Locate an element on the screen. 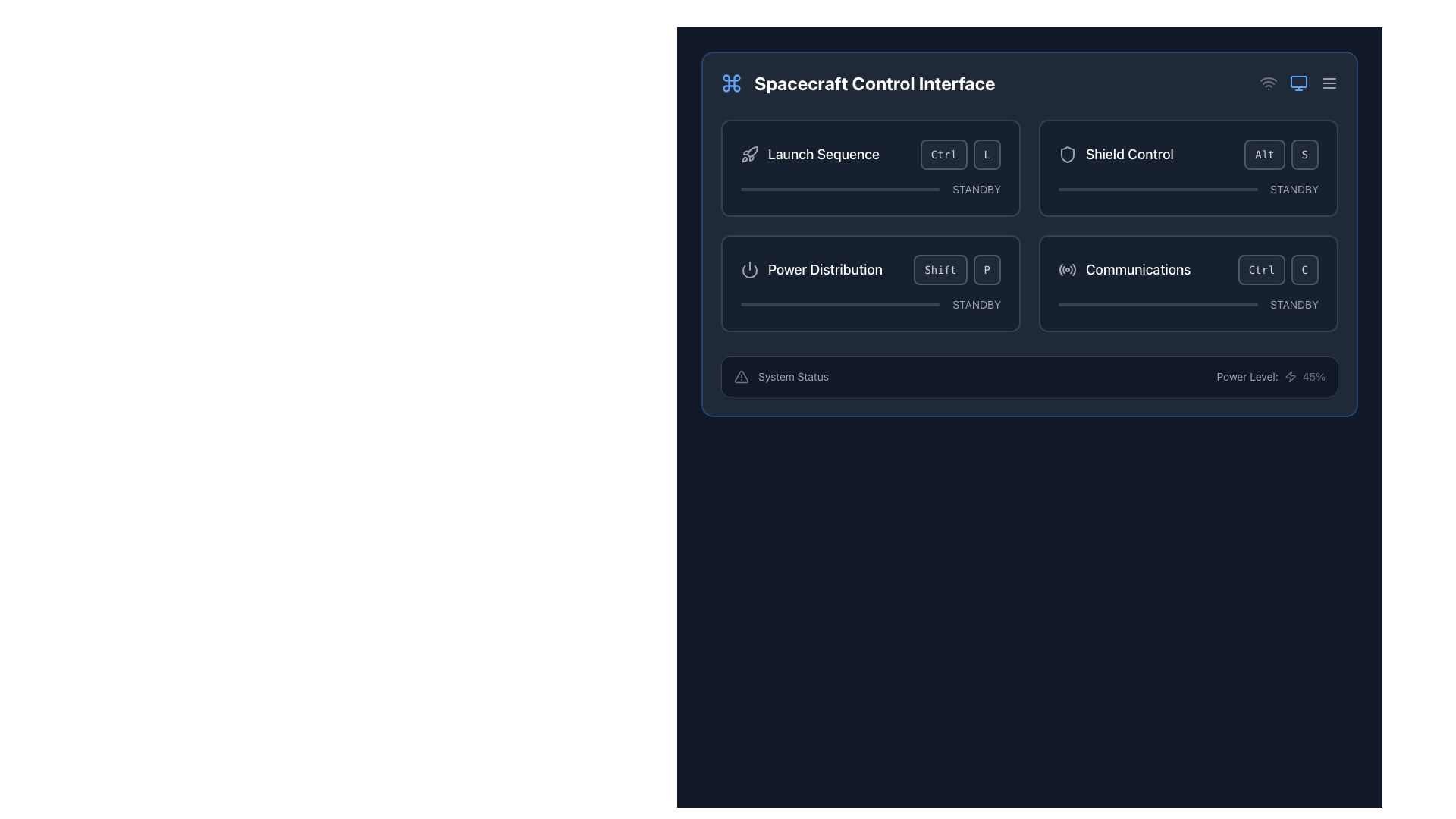  the small lightning bolt icon located in the bottom right corner of the interface, near the 'Power Level' text is located at coordinates (1289, 376).